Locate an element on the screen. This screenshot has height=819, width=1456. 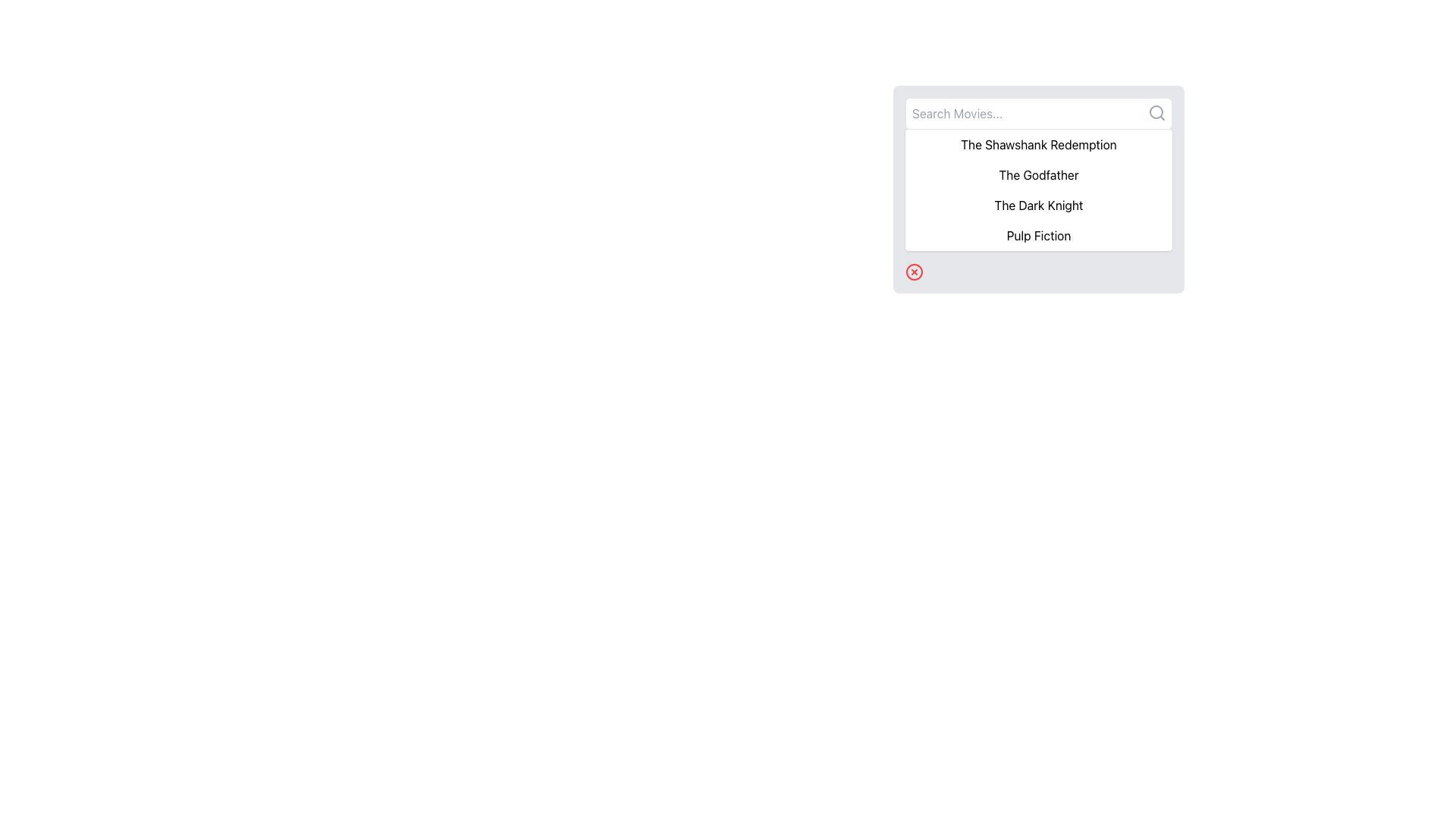
the magnifying glass icon located at the top-right corner of the input field within the search box is located at coordinates (1156, 112).